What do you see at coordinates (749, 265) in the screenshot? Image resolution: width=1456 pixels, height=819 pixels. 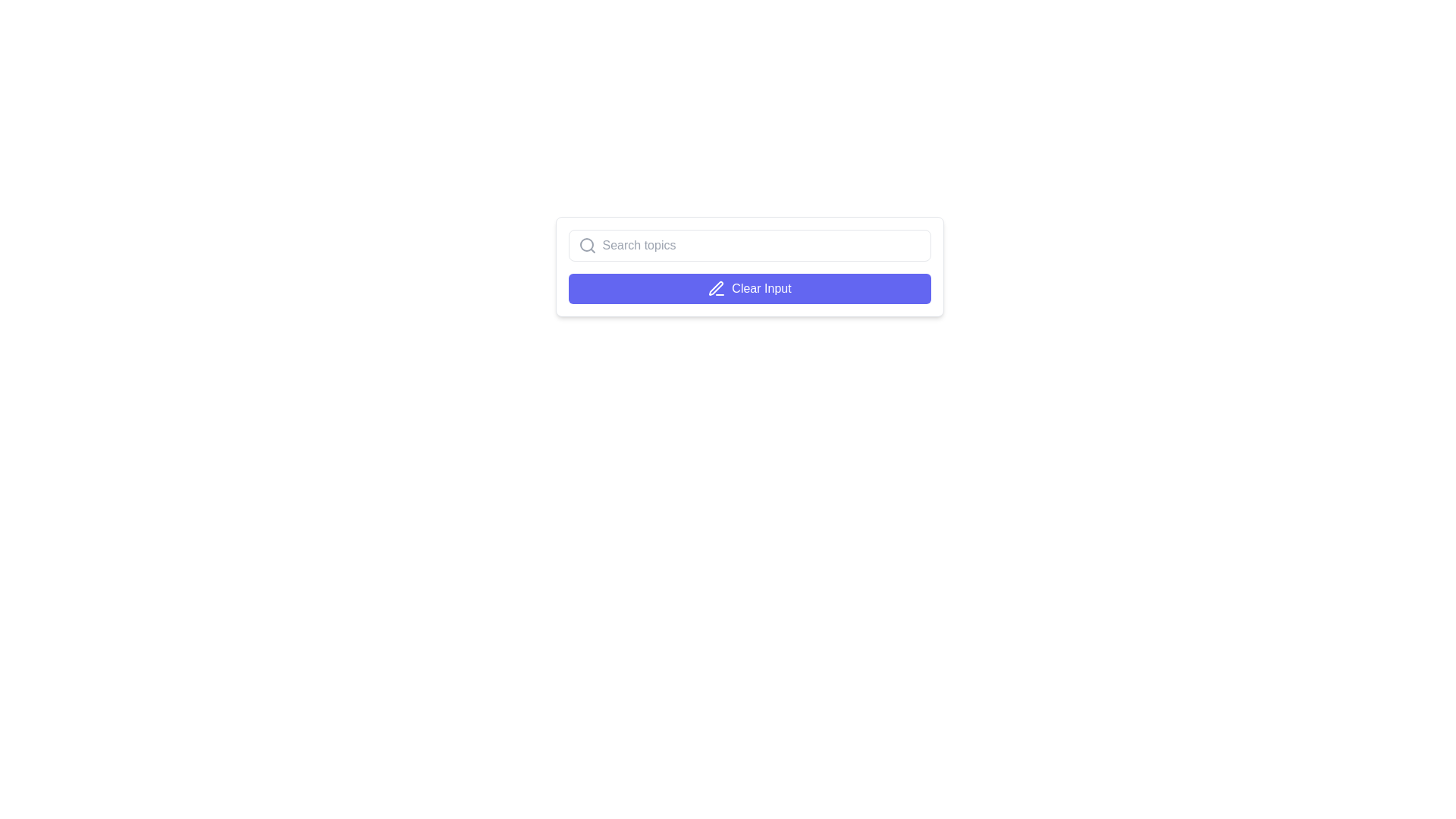 I see `the 'Clear Input' button, which is a rectangular button with white text on a blue background, located directly beneath the search bar` at bounding box center [749, 265].